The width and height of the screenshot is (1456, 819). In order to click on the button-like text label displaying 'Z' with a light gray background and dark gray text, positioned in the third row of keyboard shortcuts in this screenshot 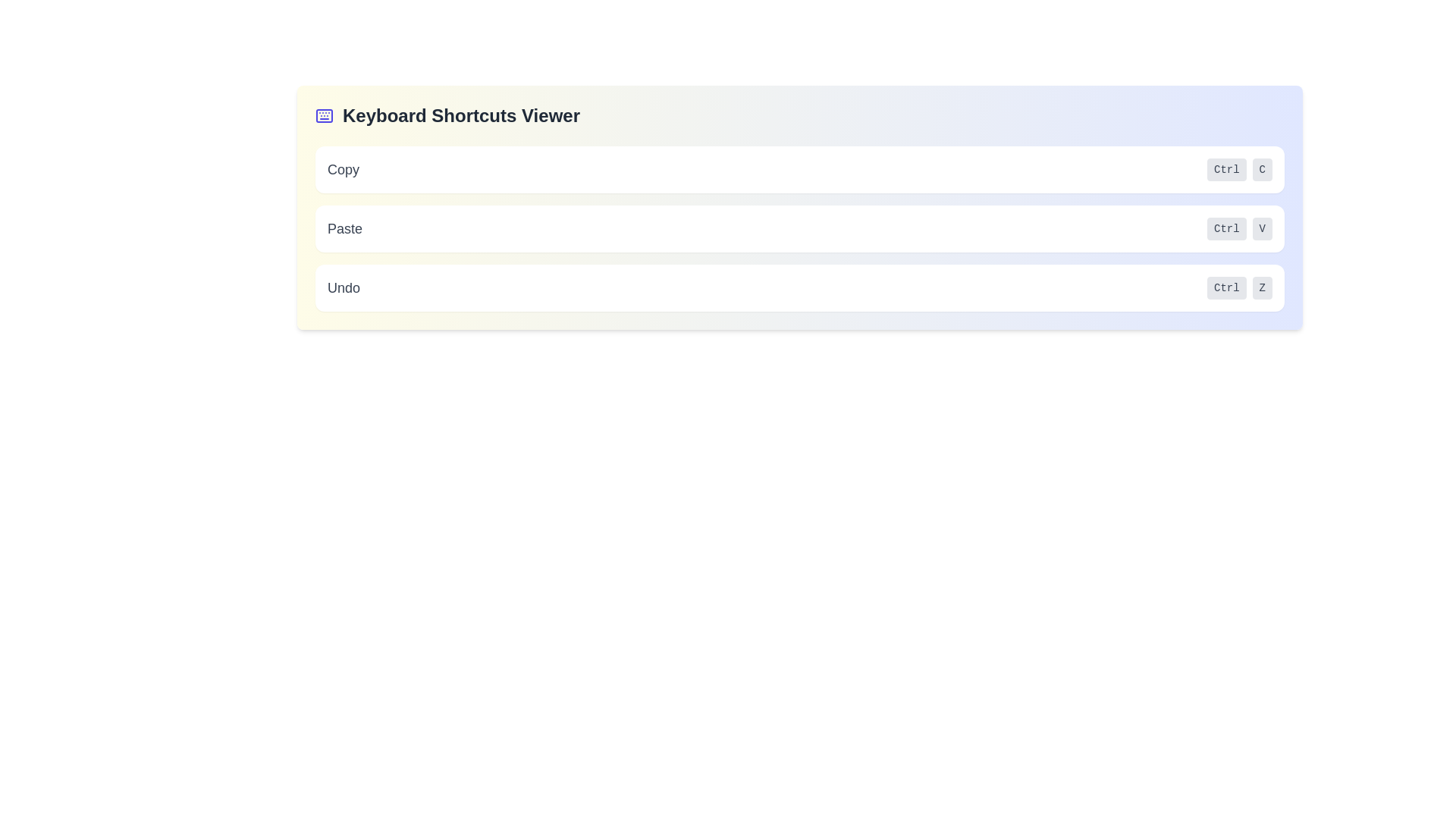, I will do `click(1262, 288)`.